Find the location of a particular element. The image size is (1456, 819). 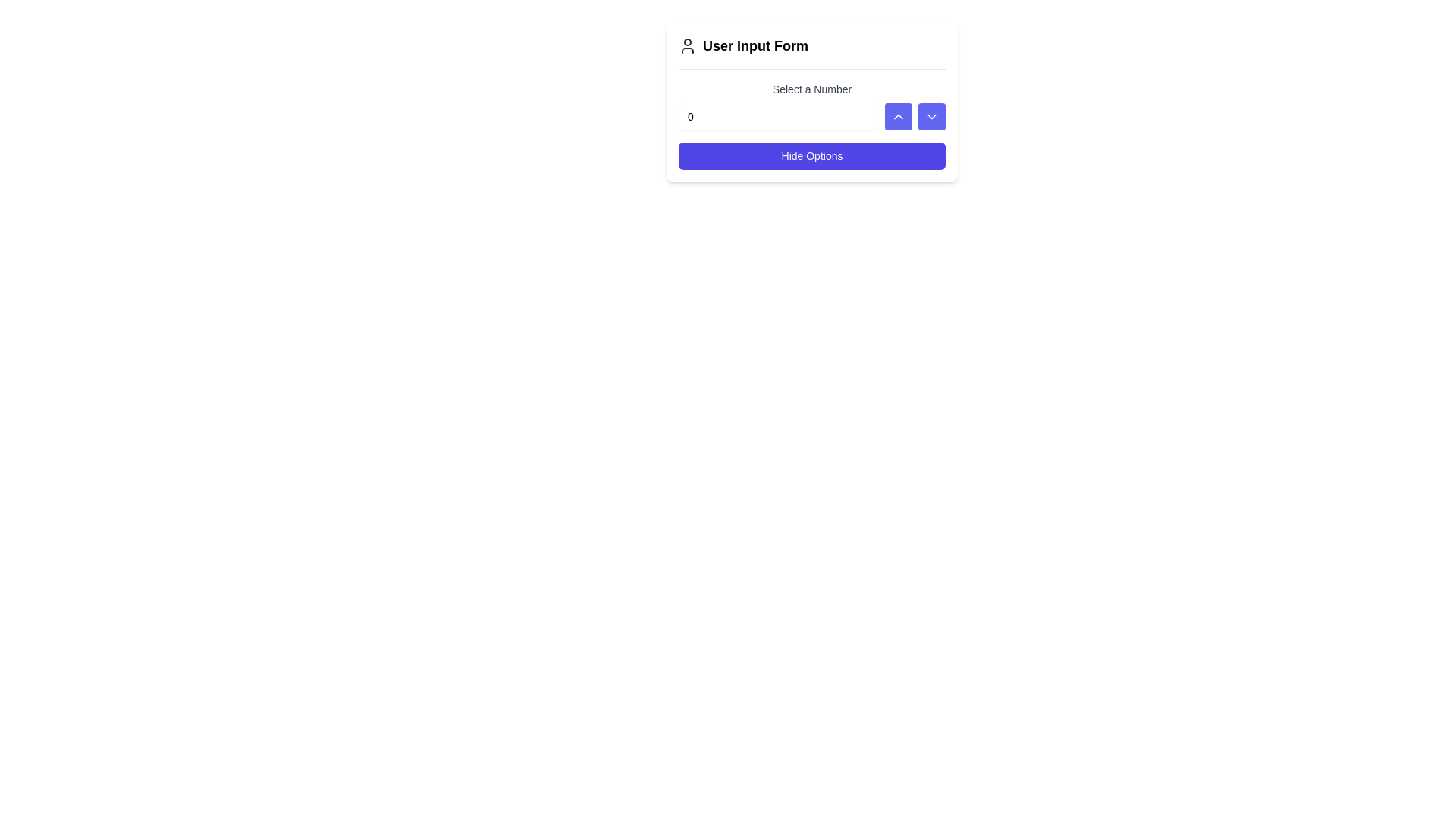

the blue square button with rounded corners that contains an upward-facing chevron icon to increment the associated value is located at coordinates (899, 116).